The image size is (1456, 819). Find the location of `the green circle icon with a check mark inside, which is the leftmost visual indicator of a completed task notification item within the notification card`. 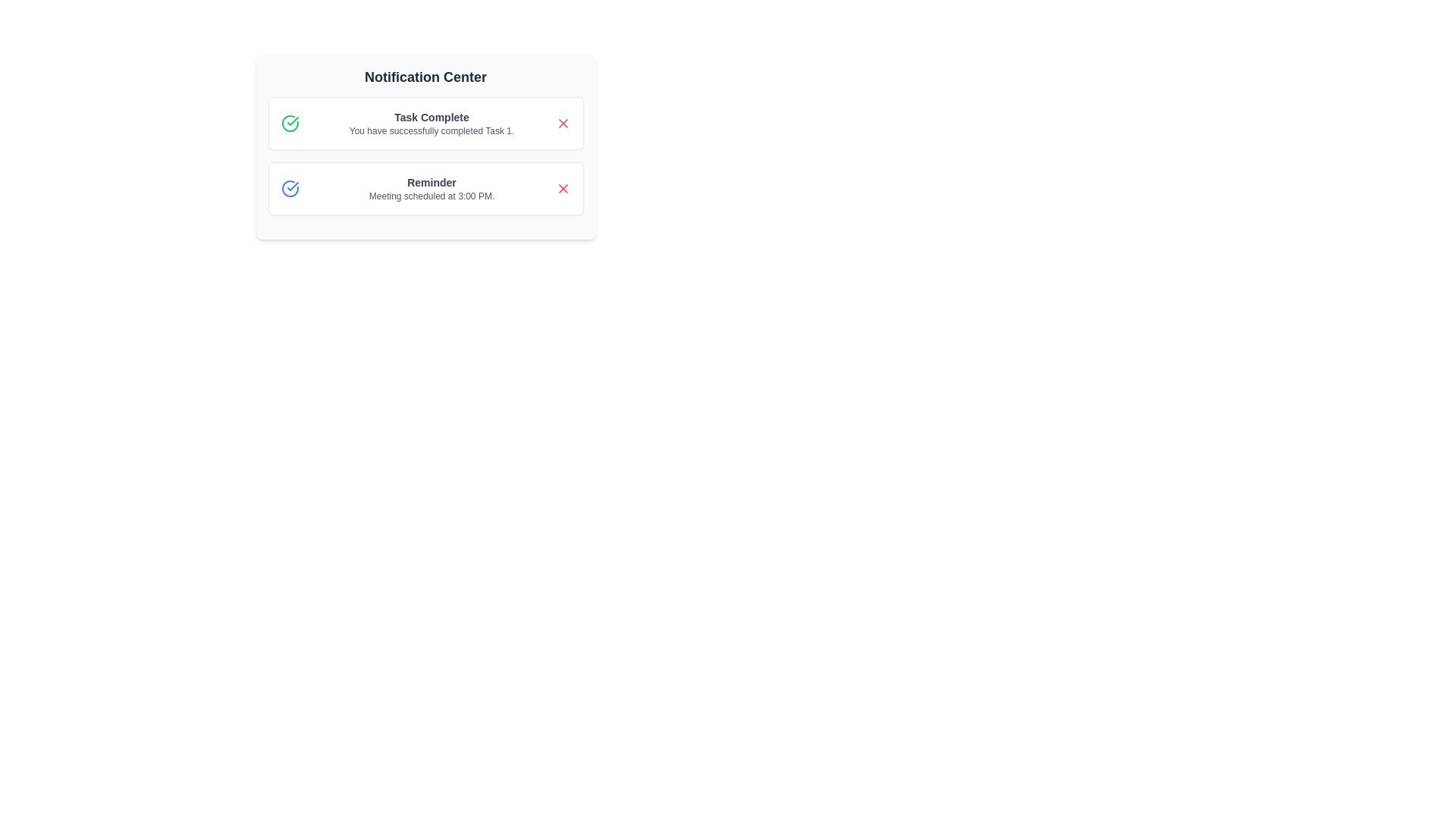

the green circle icon with a check mark inside, which is the leftmost visual indicator of a completed task notification item within the notification card is located at coordinates (290, 122).